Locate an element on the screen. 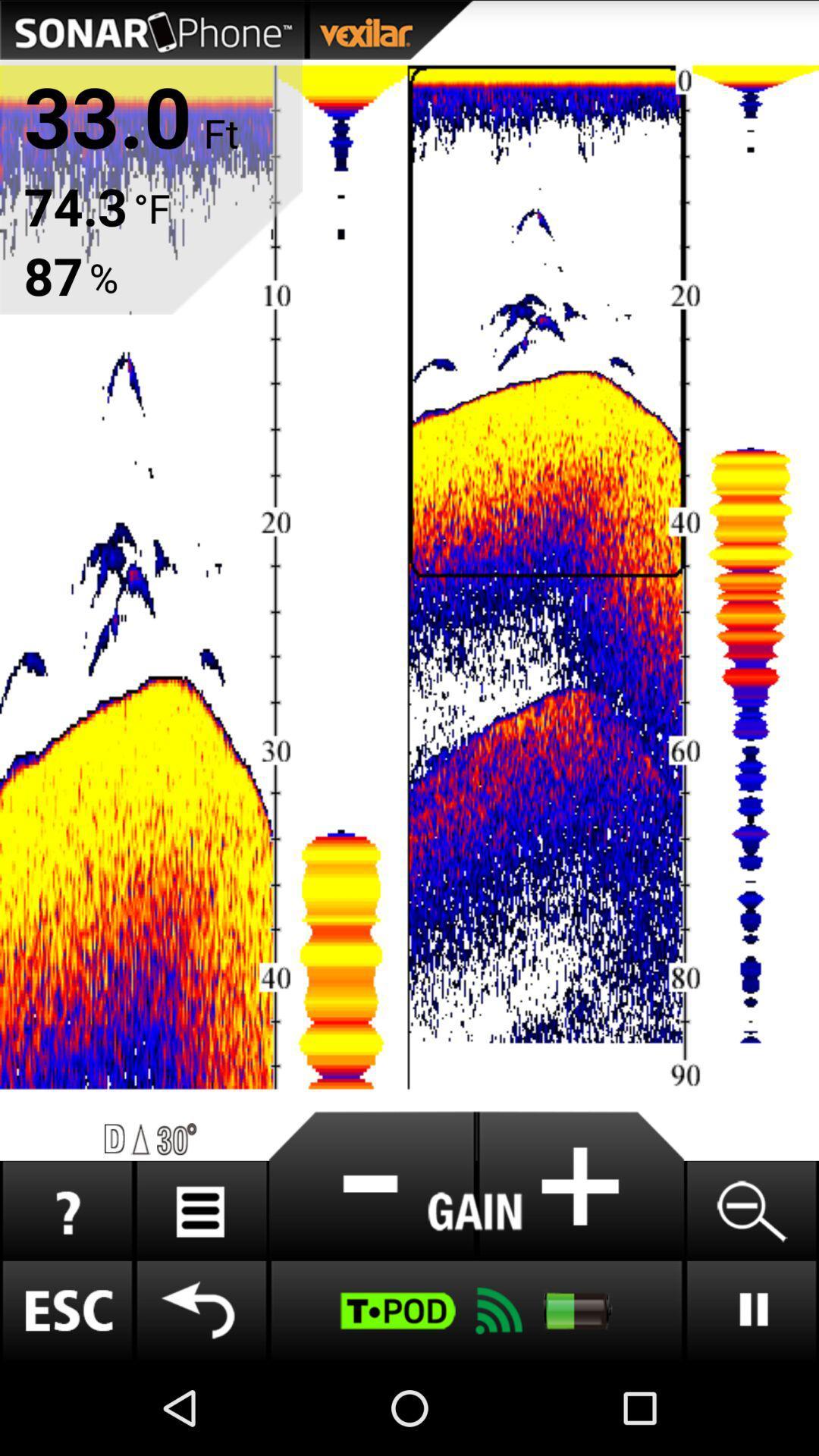  the menu icon is located at coordinates (200, 1295).